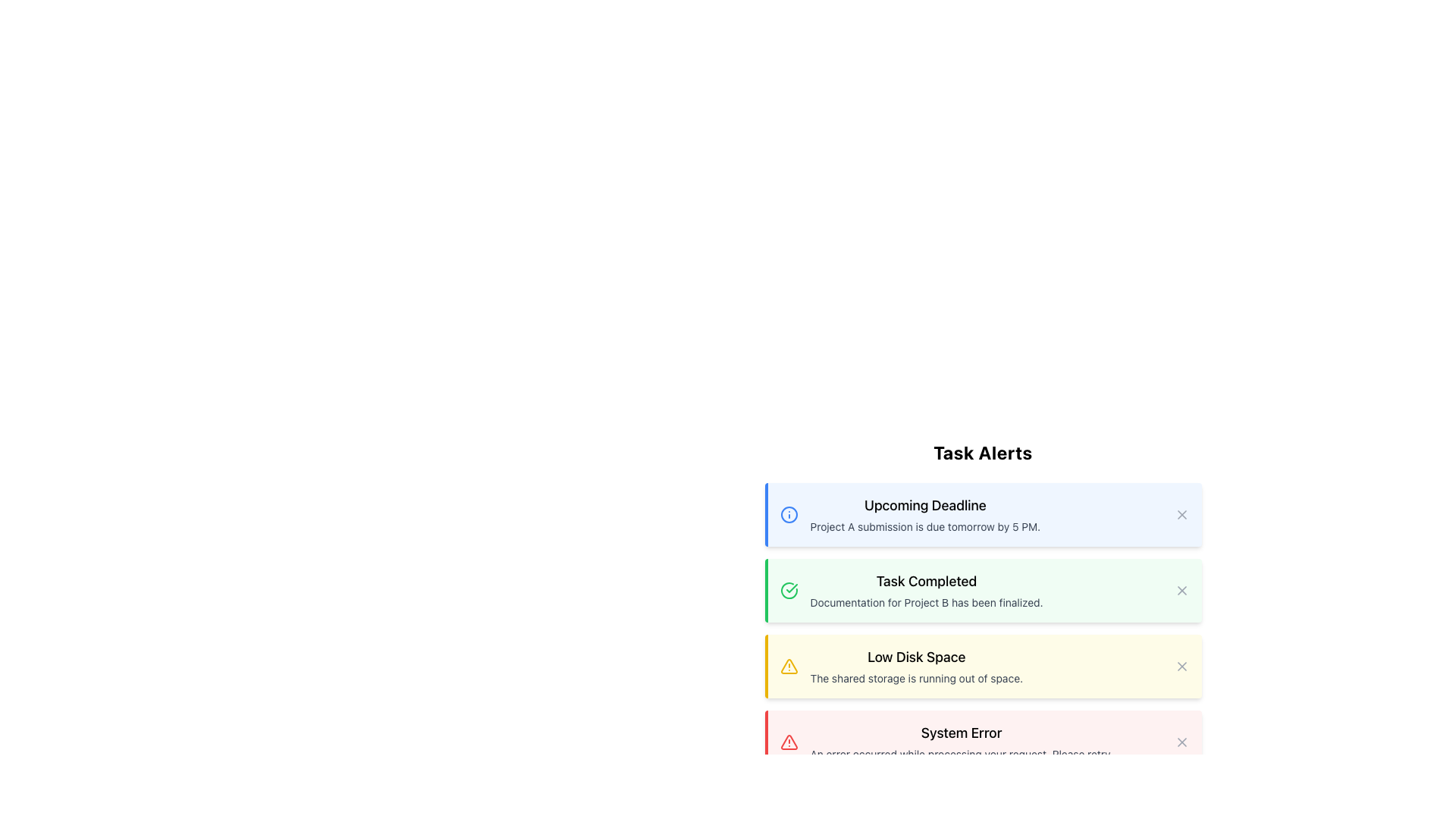 This screenshot has height=819, width=1456. Describe the element at coordinates (984, 590) in the screenshot. I see `the Notification Card indicating that the task related to documentation for Project B has been successfully completed, which is the second card in the list of notifications` at that location.